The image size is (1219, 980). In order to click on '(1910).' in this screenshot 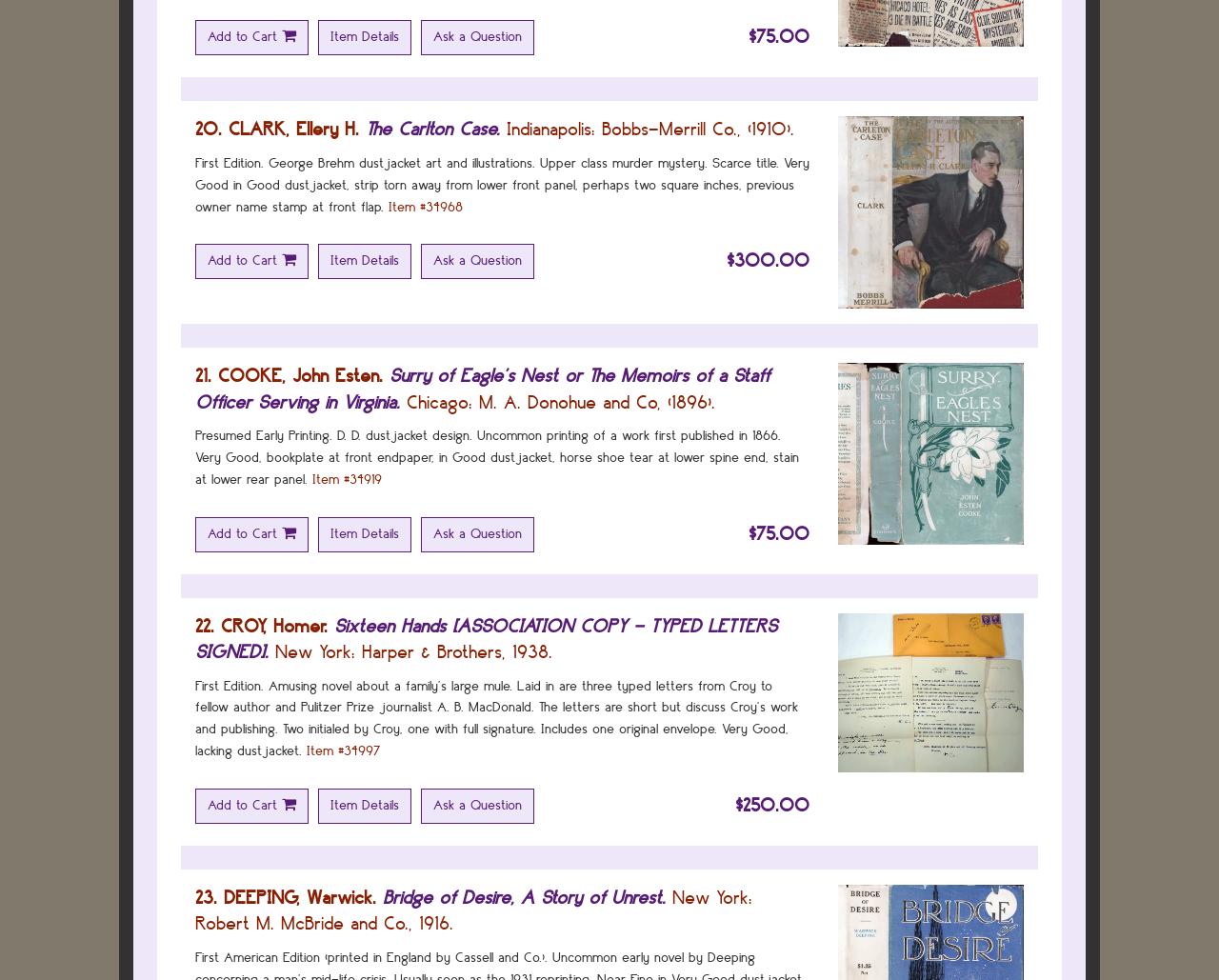, I will do `click(768, 128)`.